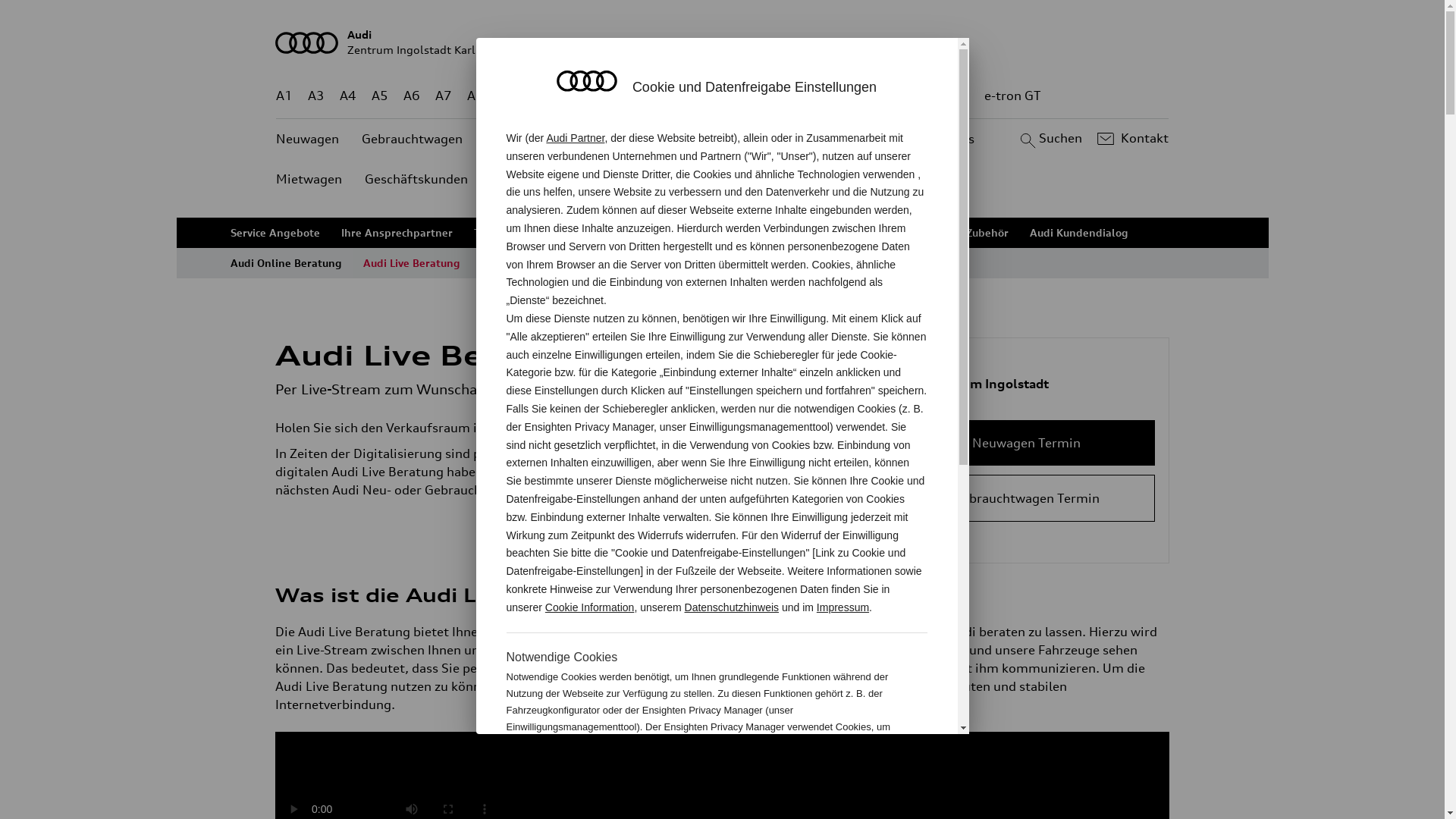 The image size is (1456, 819). I want to click on 'A6', so click(403, 96).